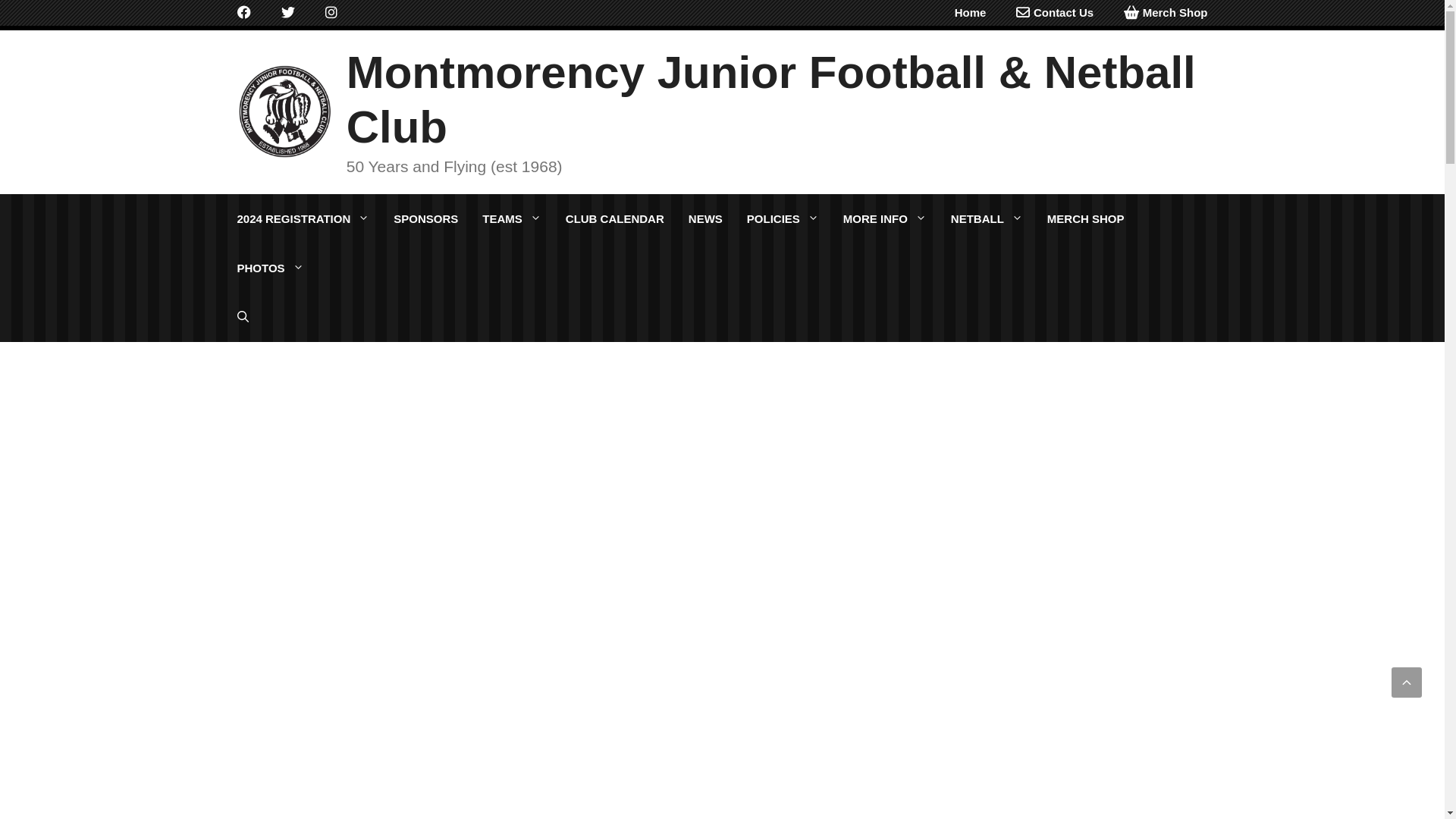  Describe the element at coordinates (1405, 681) in the screenshot. I see `'Scroll back to top'` at that location.